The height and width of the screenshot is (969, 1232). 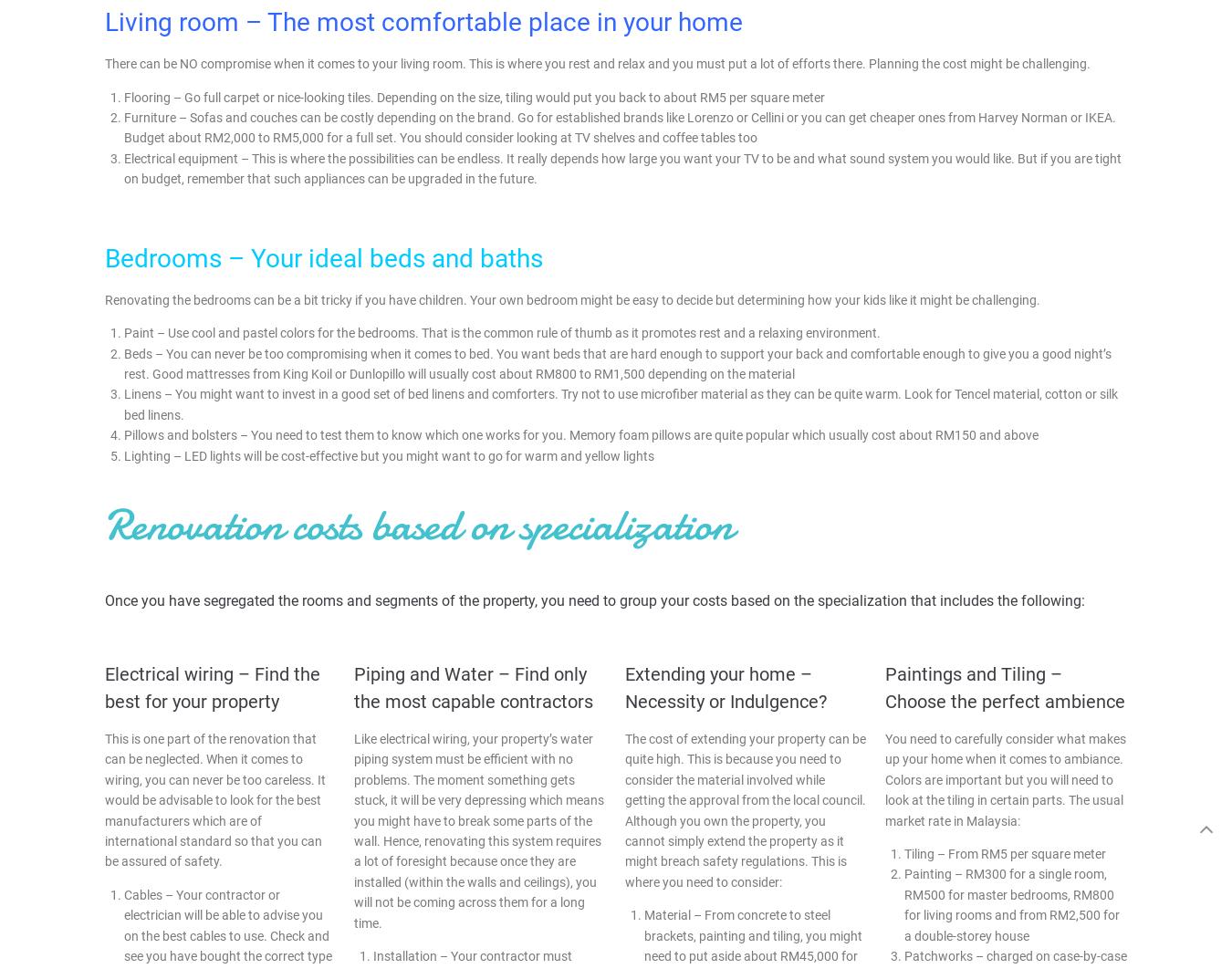 I want to click on 'Flooring – Go full carpet or nice-looking tiles. Depending on the size, tiling would put you back to about RM5 per square meter', so click(x=474, y=96).